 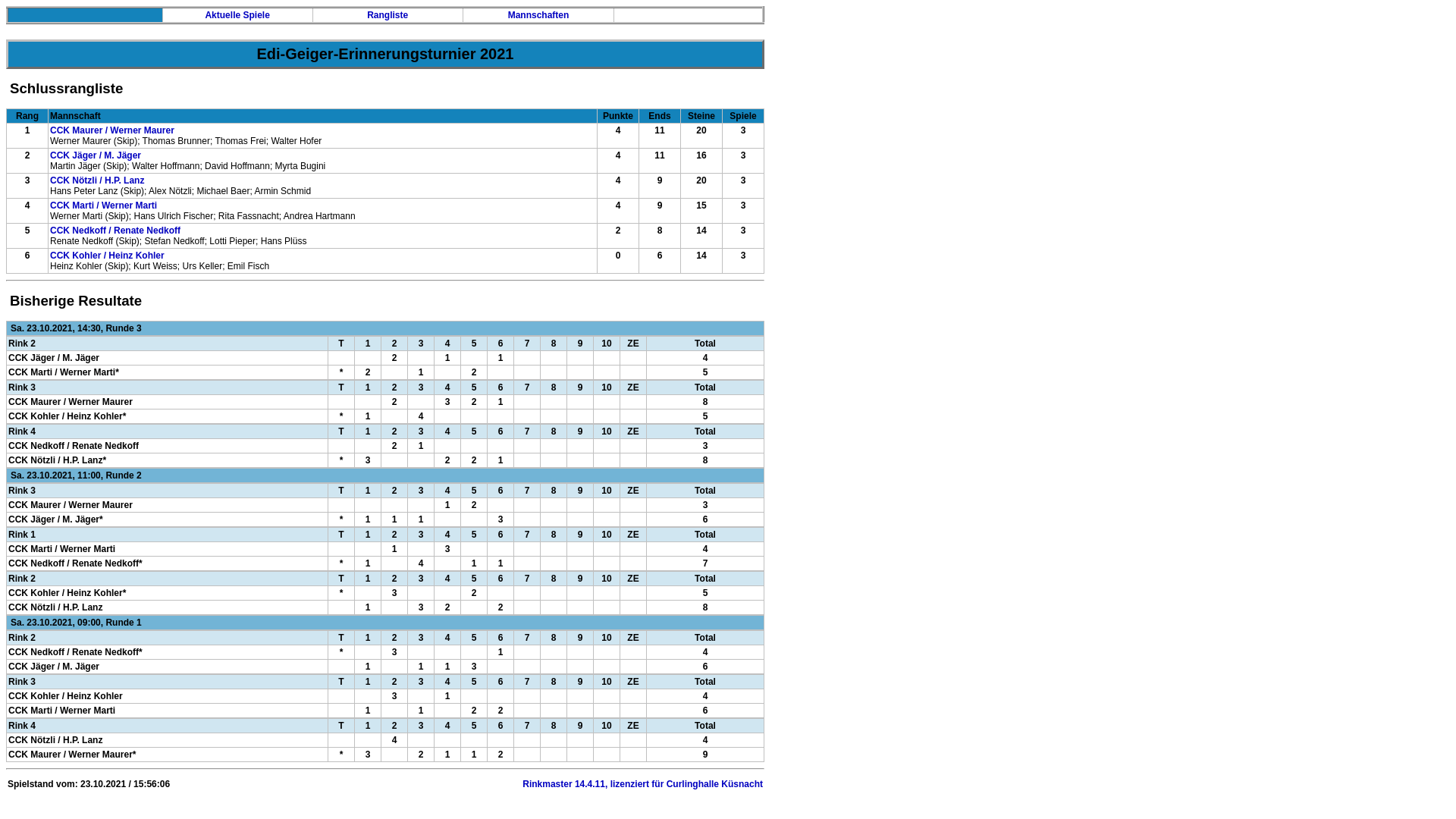 I want to click on 'CCK Nedkoff / Renate Nedkoff', so click(x=50, y=231).